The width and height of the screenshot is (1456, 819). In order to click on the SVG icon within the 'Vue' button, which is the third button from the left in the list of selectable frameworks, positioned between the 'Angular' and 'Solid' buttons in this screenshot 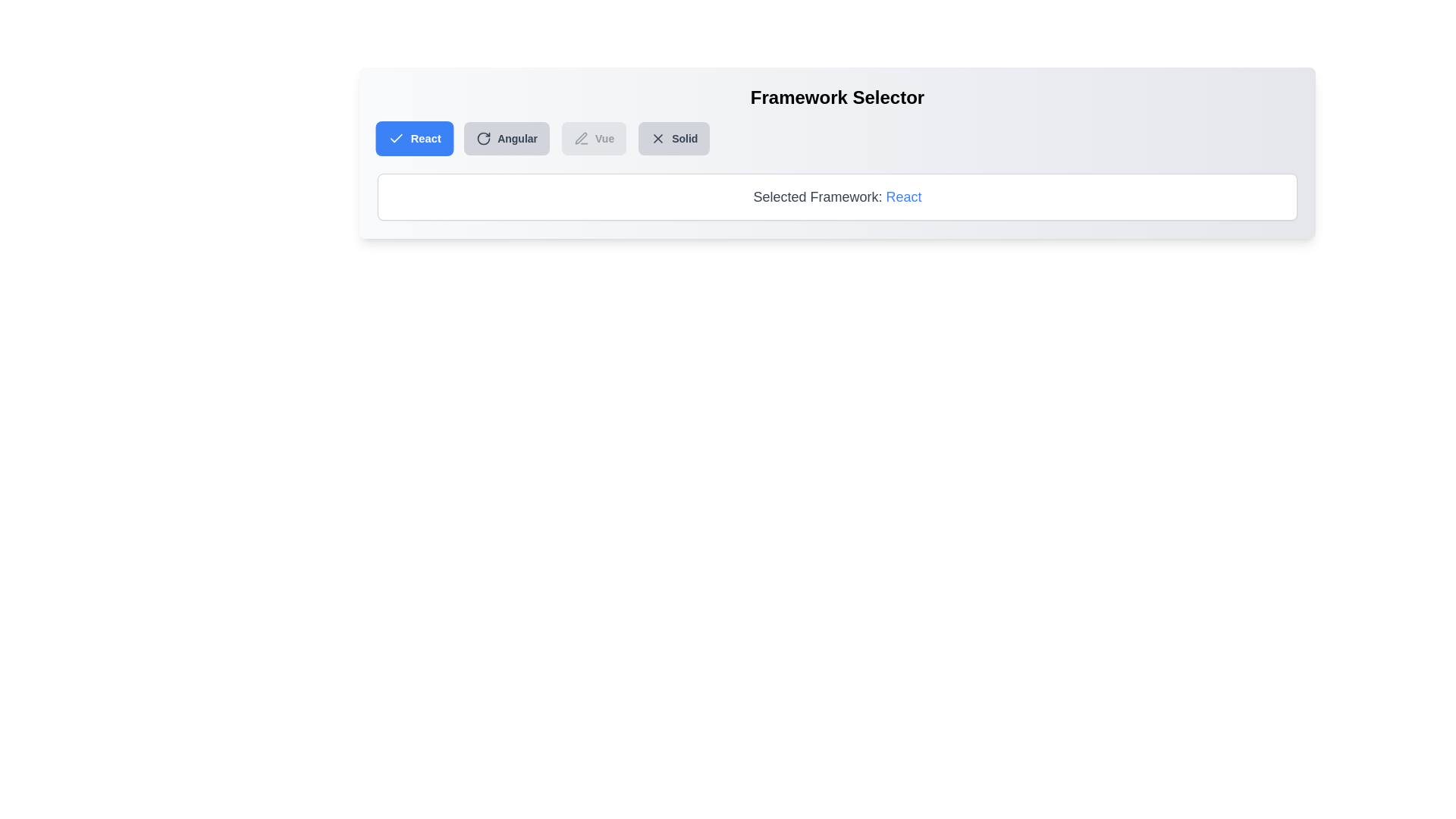, I will do `click(581, 138)`.